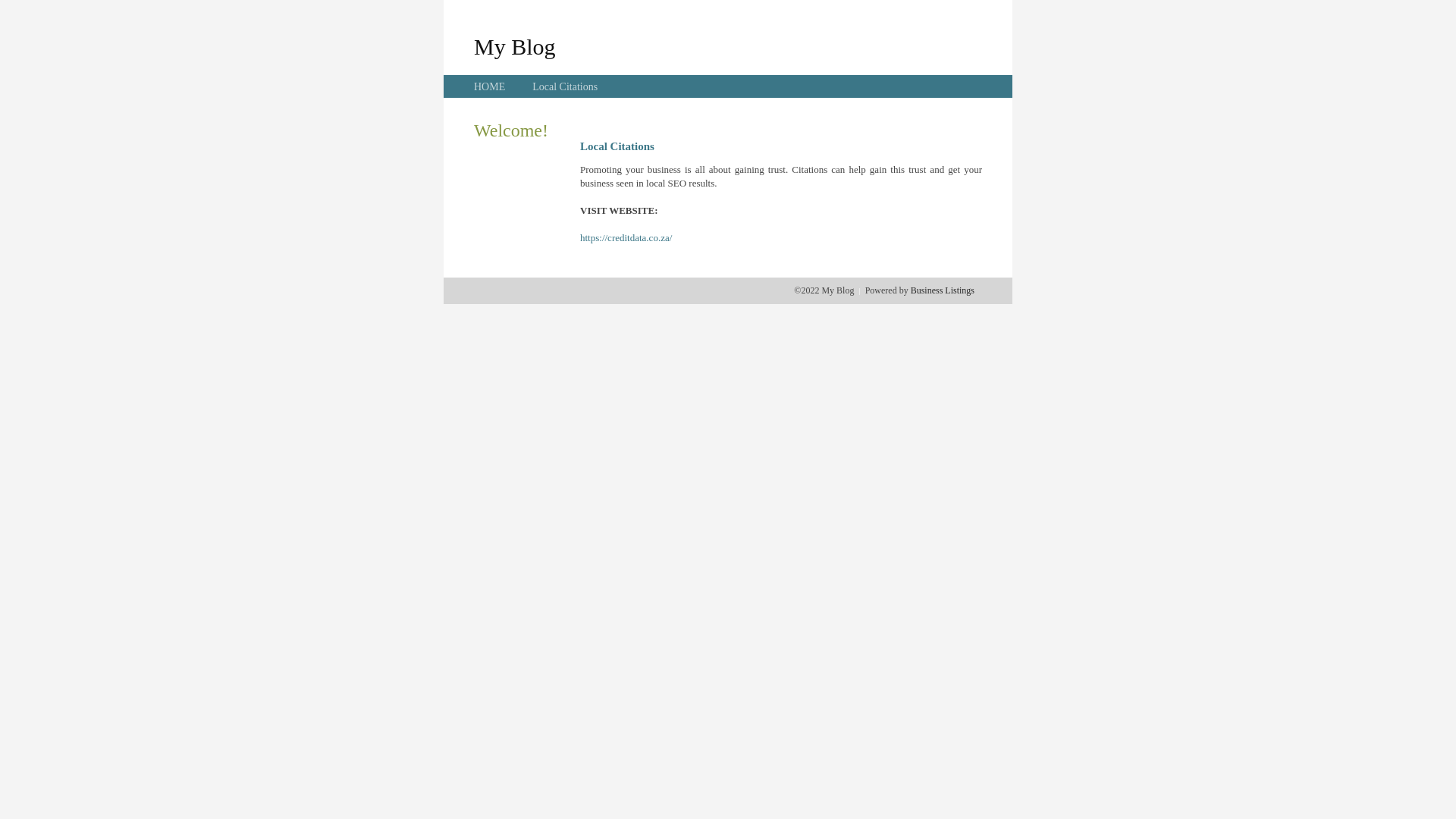 This screenshot has height=819, width=1456. What do you see at coordinates (514, 45) in the screenshot?
I see `'My Blog'` at bounding box center [514, 45].